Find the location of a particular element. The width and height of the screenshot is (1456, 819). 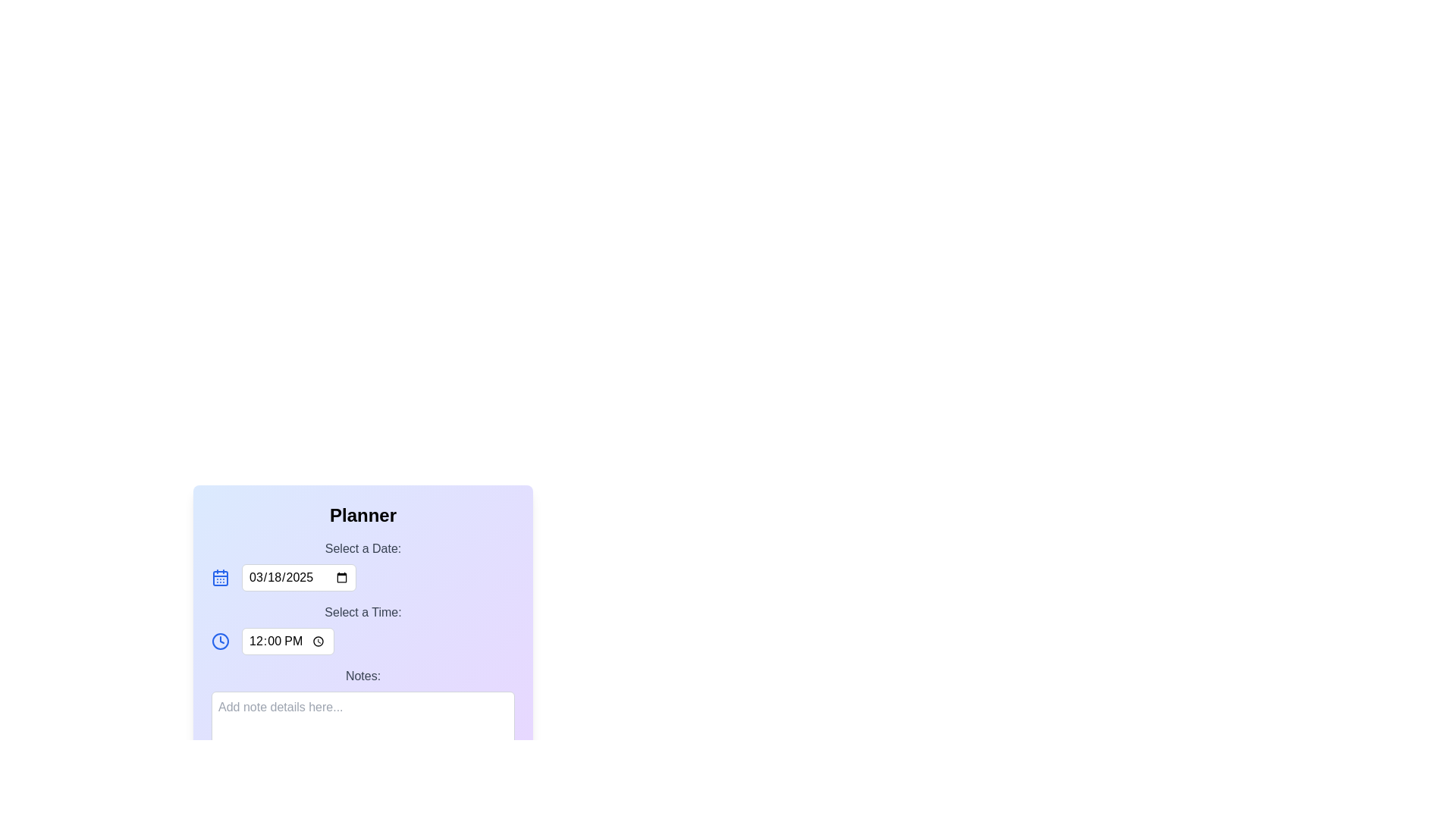

the Date input field located in the 'Select a Date' panel is located at coordinates (362, 578).